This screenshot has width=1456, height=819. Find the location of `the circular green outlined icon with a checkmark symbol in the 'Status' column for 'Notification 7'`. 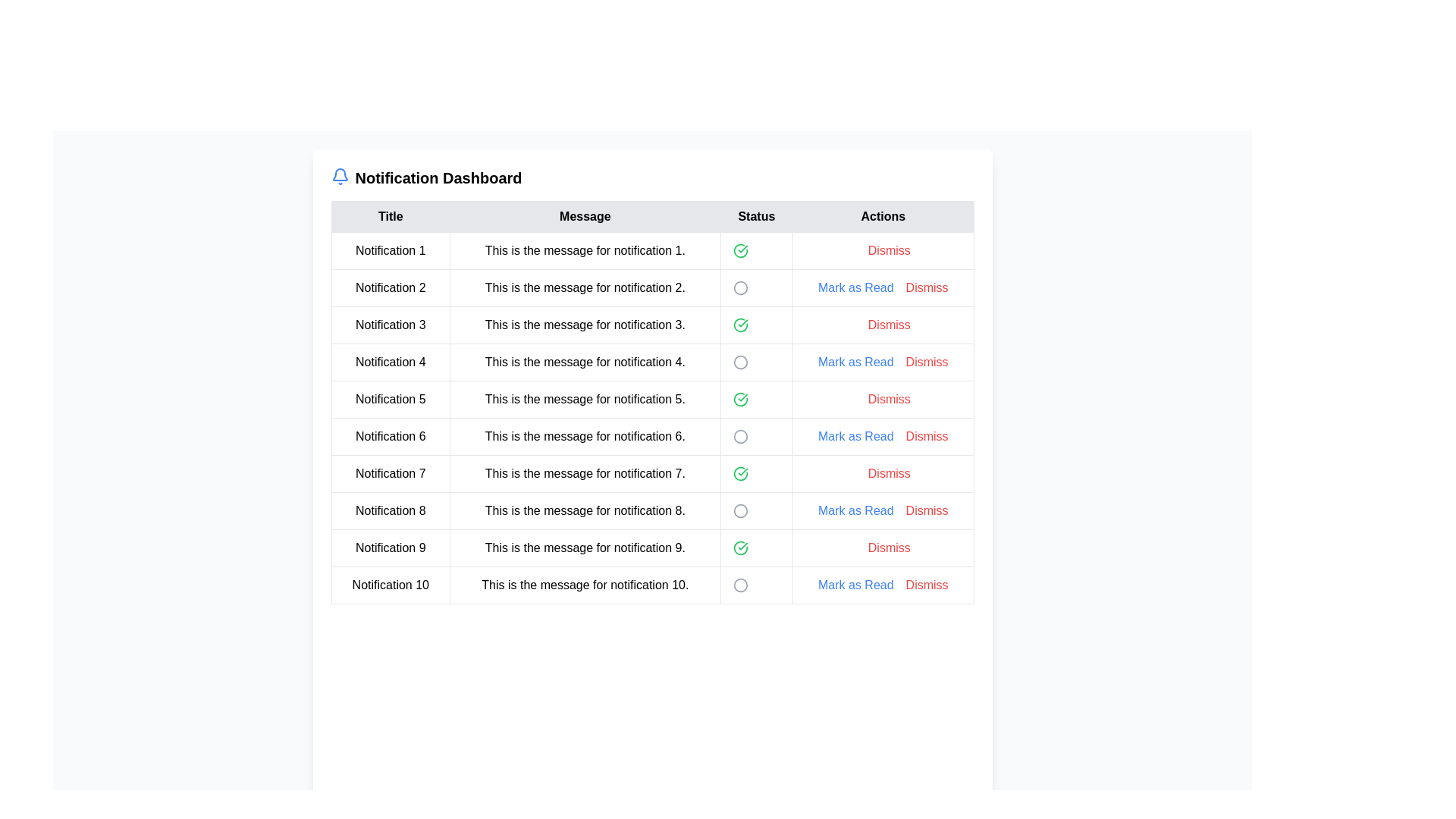

the circular green outlined icon with a checkmark symbol in the 'Status' column for 'Notification 7' is located at coordinates (740, 472).